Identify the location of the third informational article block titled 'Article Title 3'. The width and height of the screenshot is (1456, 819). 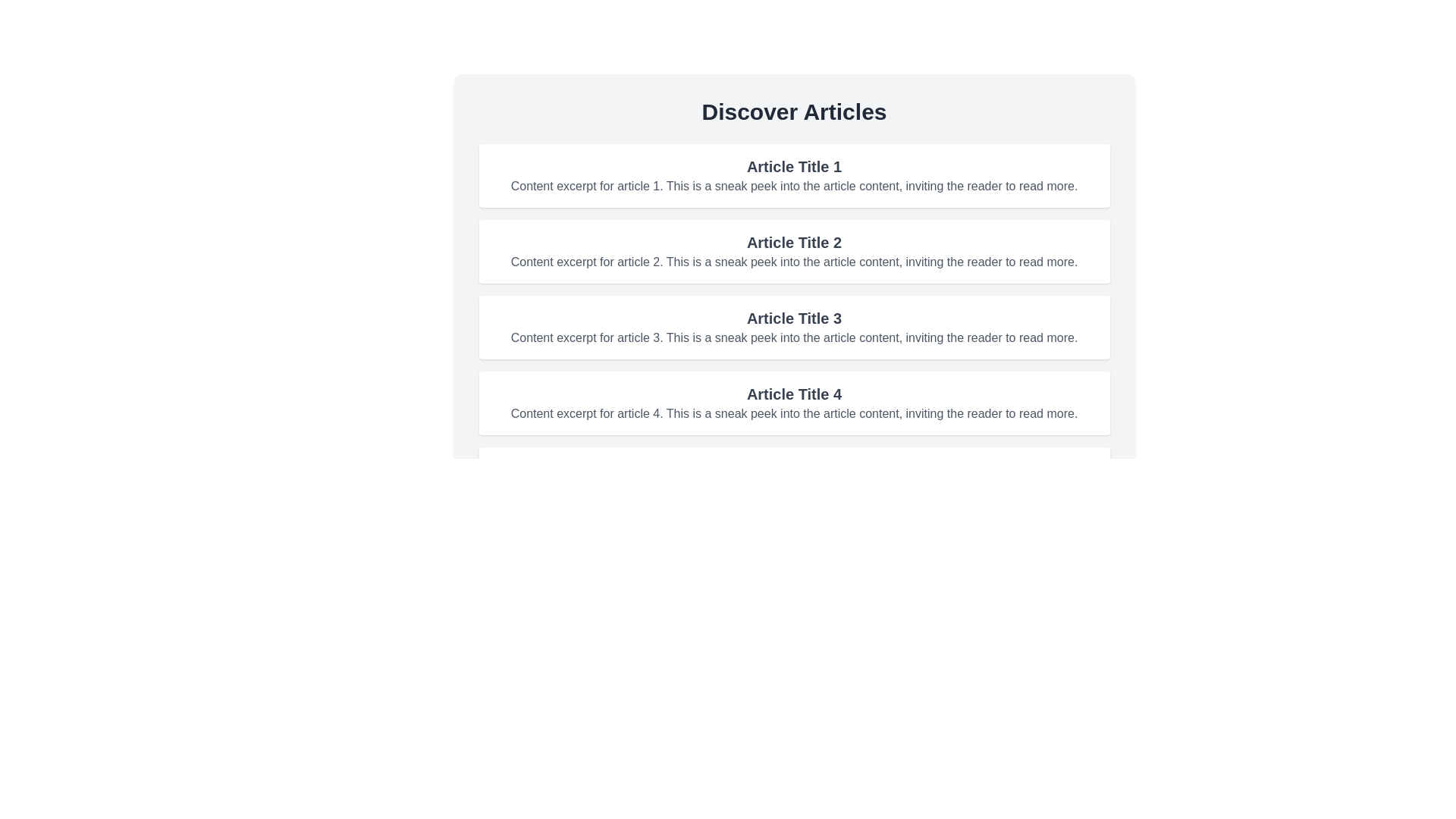
(793, 327).